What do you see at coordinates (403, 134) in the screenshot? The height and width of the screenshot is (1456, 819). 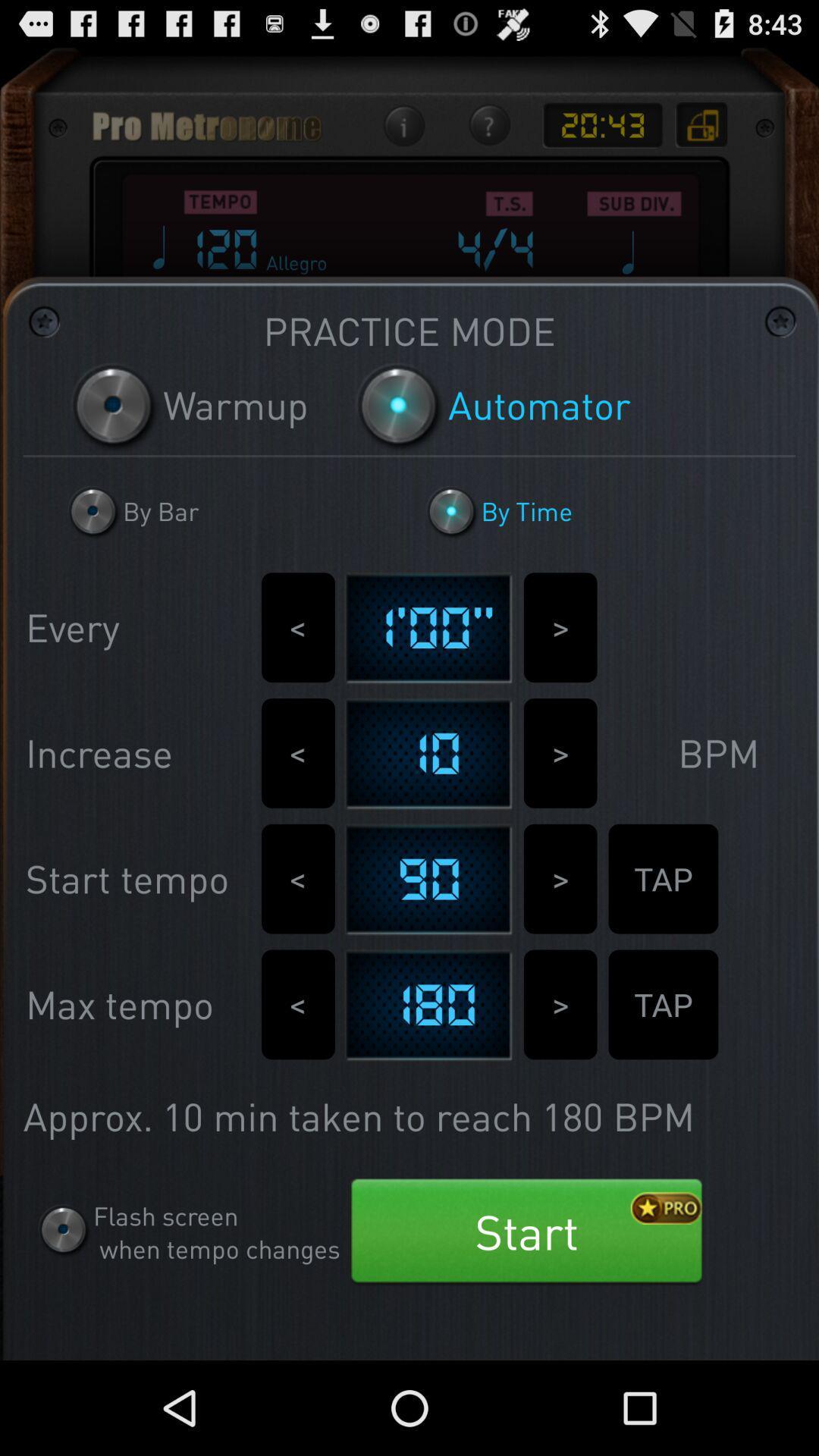 I see `the info icon` at bounding box center [403, 134].